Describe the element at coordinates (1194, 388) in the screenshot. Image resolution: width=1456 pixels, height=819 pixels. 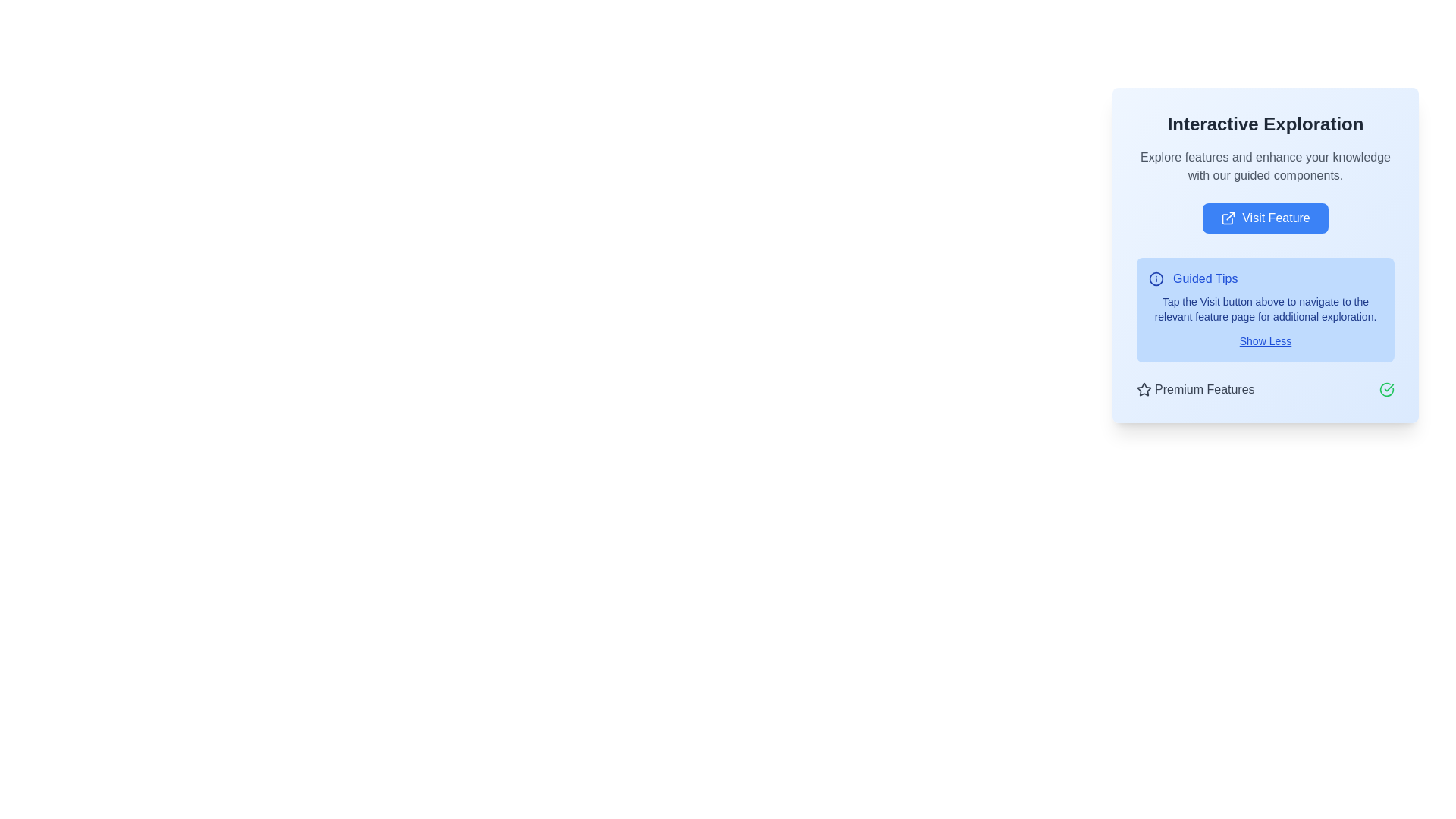
I see `the label with an icon indicating premium access located at the bottom-left corner of the rectangular card` at that location.